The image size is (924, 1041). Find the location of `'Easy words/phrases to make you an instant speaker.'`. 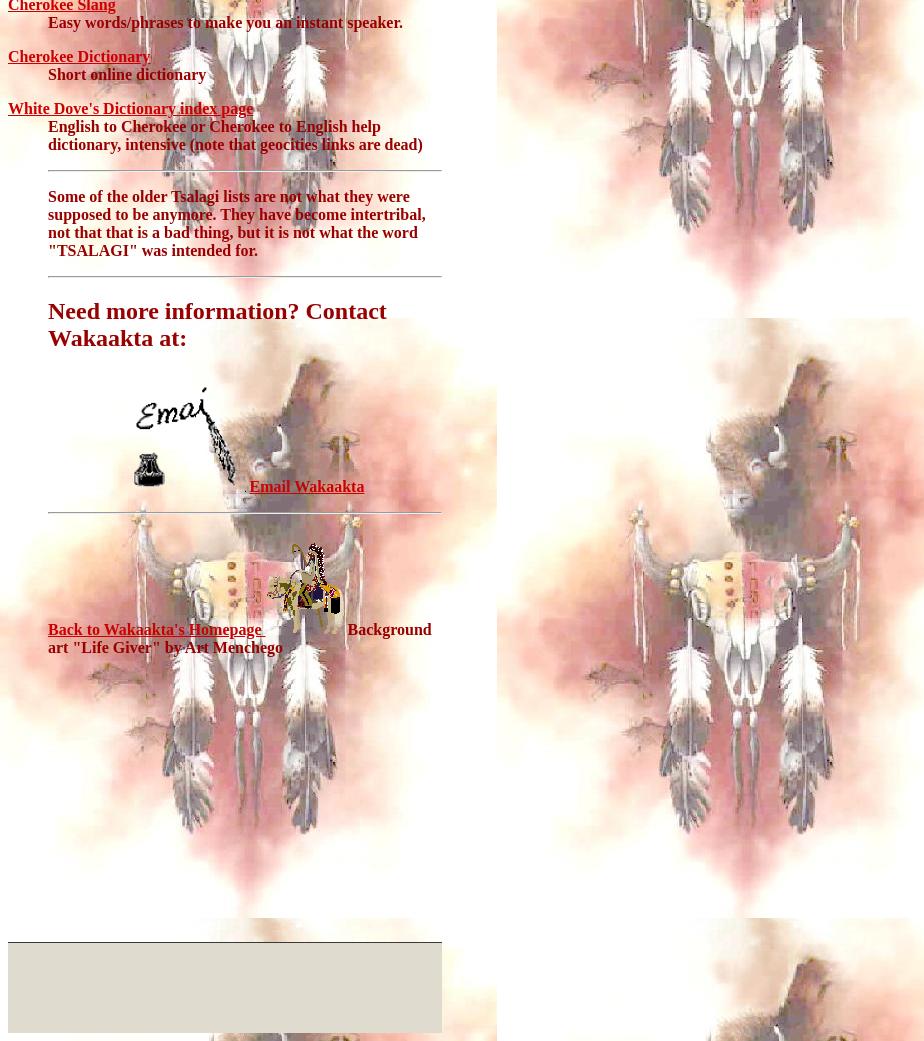

'Easy words/phrases to make you an instant speaker.' is located at coordinates (225, 21).